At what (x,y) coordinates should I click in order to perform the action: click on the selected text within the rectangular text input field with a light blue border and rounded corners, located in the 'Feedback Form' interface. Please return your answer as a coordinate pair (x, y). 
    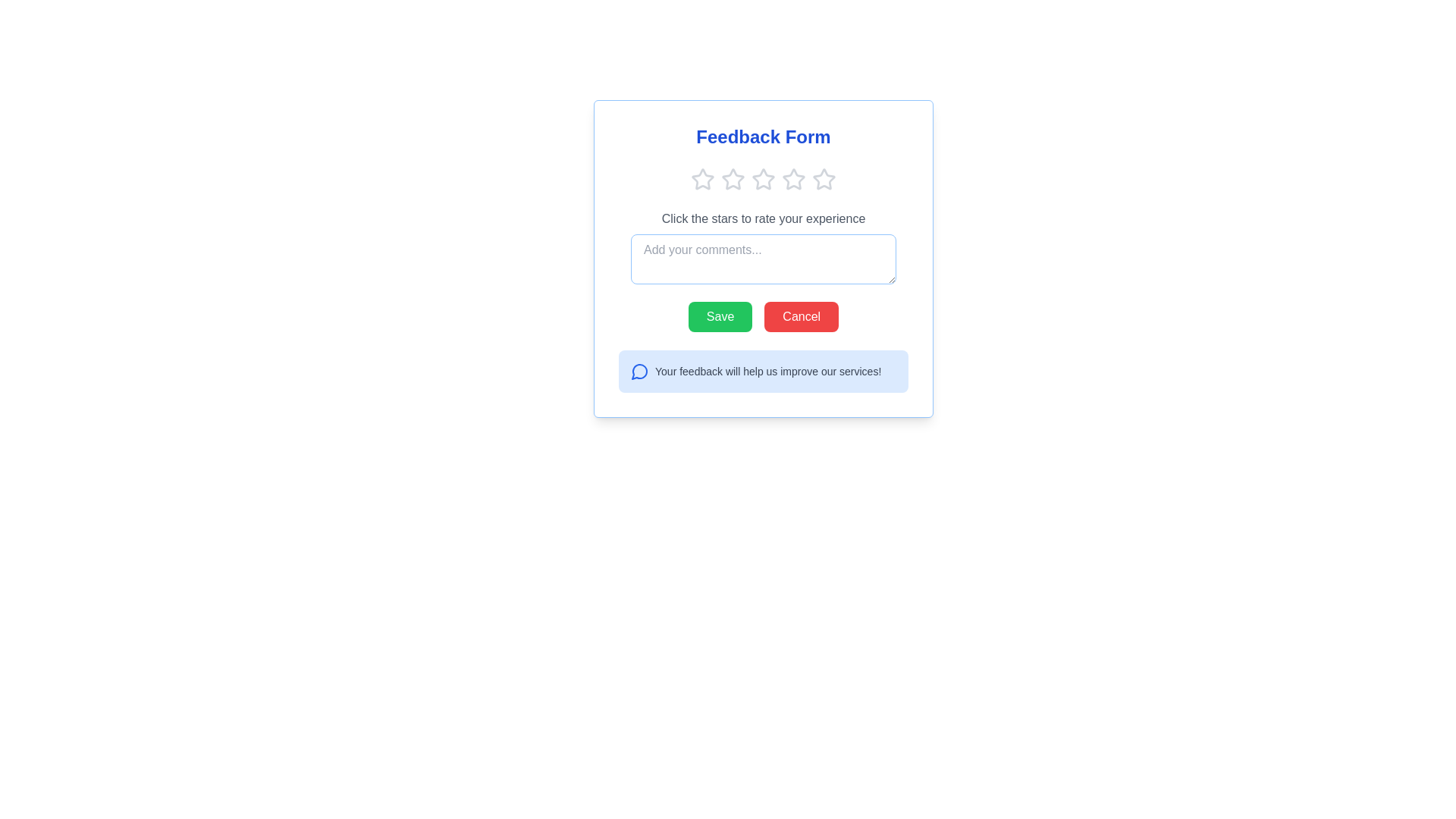
    Looking at the image, I should click on (764, 259).